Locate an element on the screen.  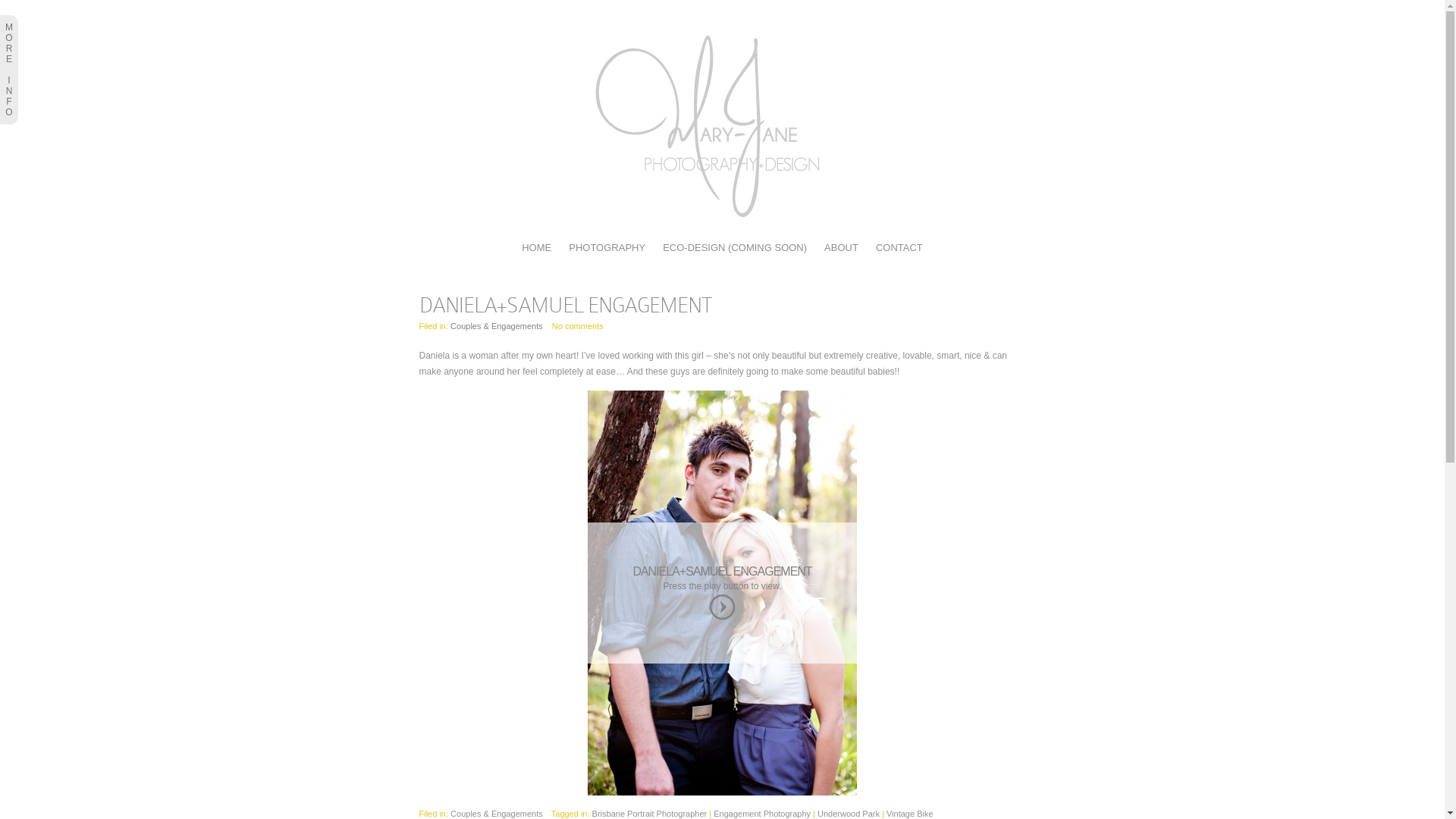
'ECO-DESIGN (COMING SOON)' is located at coordinates (735, 246).